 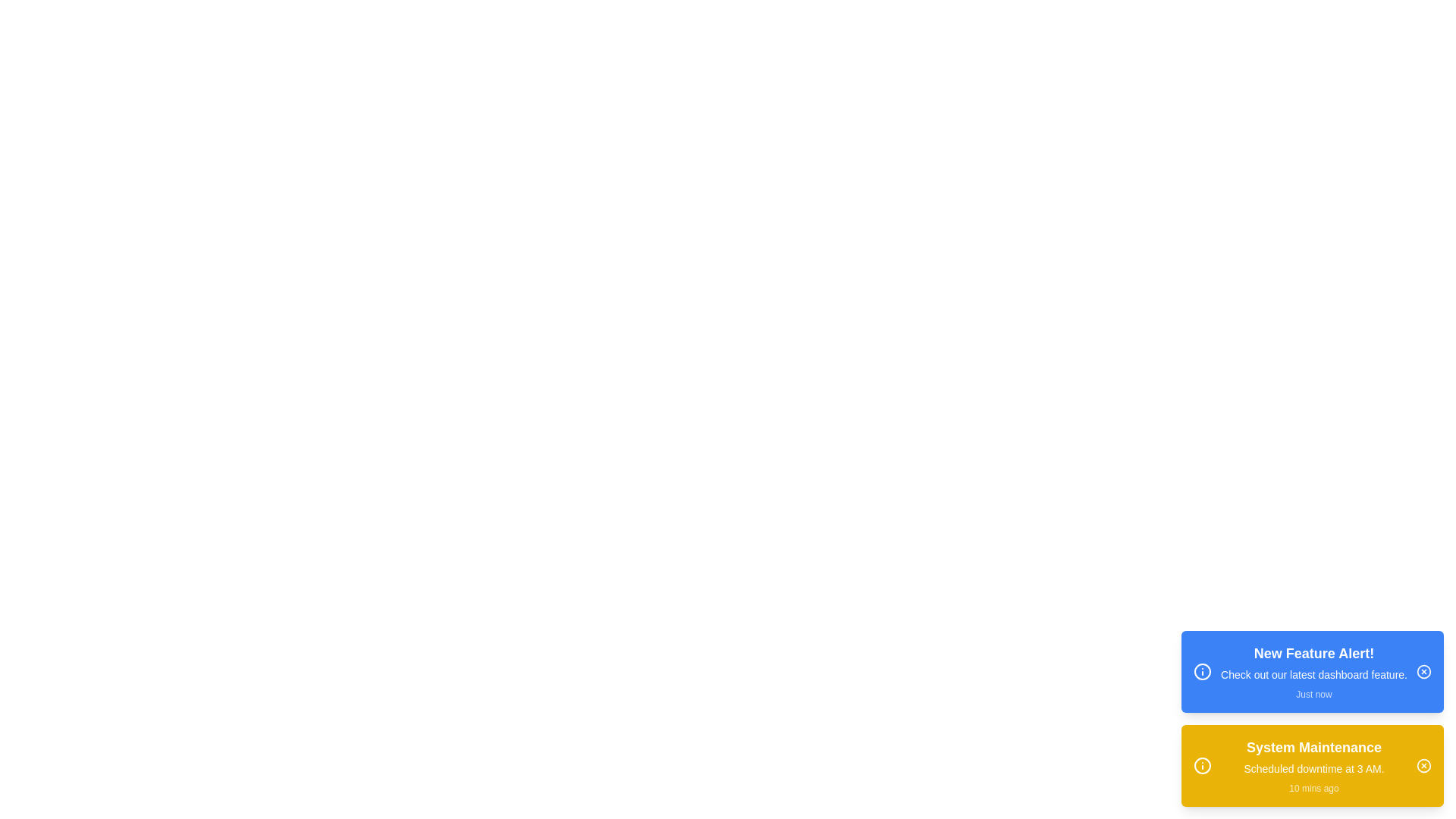 I want to click on the close button of the alert, so click(x=1423, y=671).